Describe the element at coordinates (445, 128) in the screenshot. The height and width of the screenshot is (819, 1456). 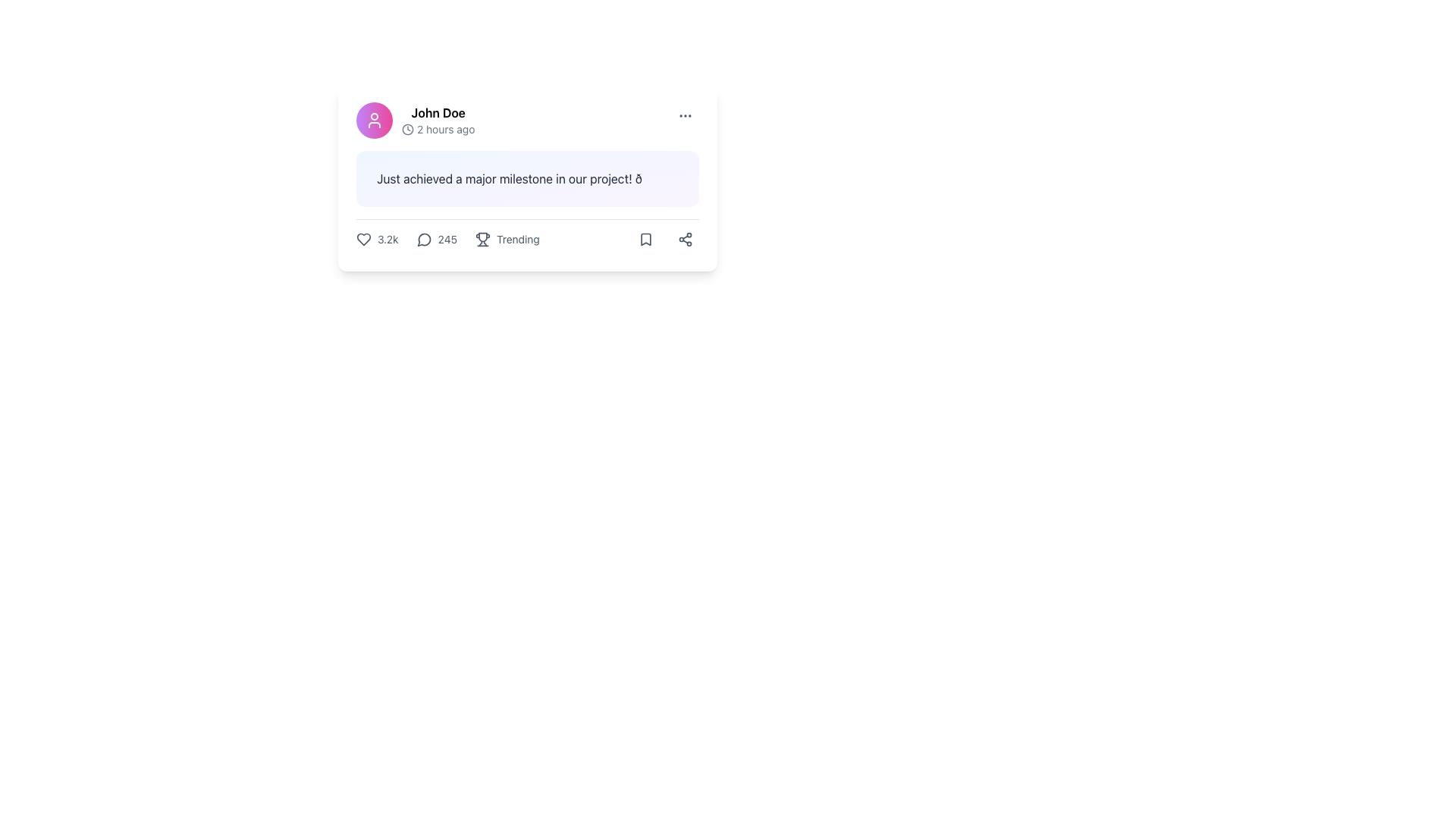
I see `static text element displaying '2 hours ago', which is styled in gray and located next to a clock icon in the metadata section of the post` at that location.